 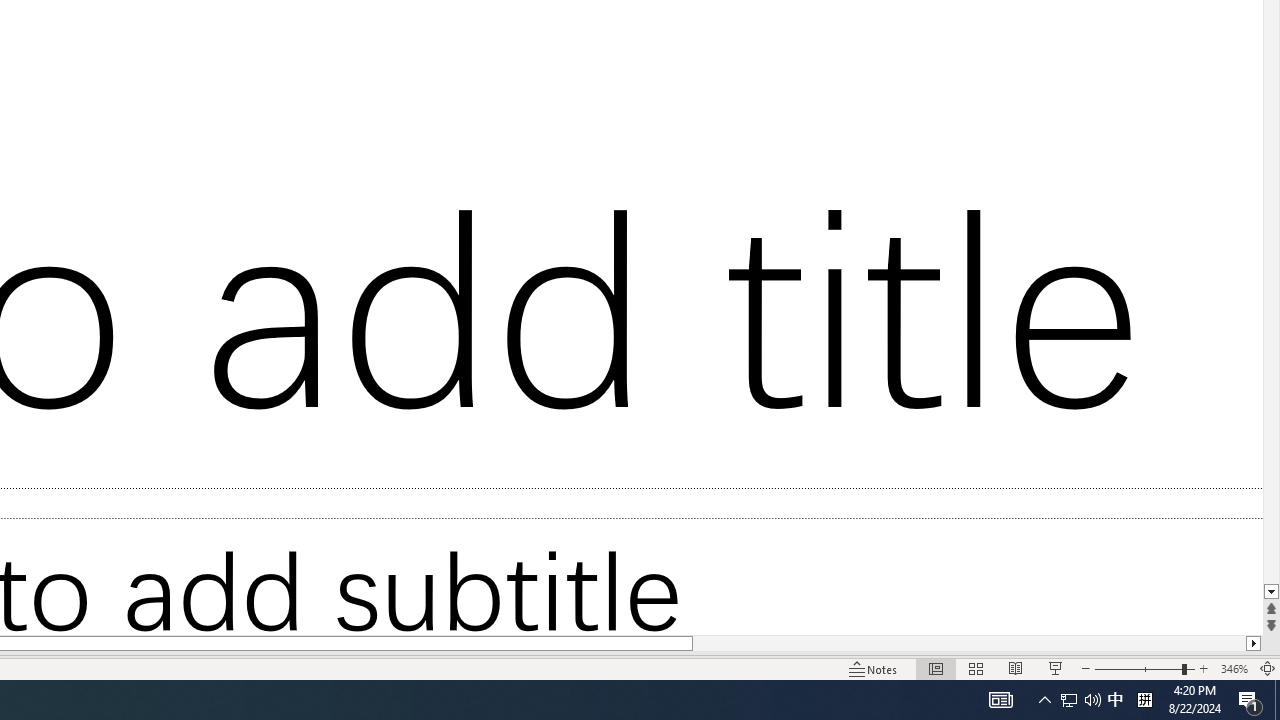 I want to click on 'Zoom In', so click(x=1203, y=669).